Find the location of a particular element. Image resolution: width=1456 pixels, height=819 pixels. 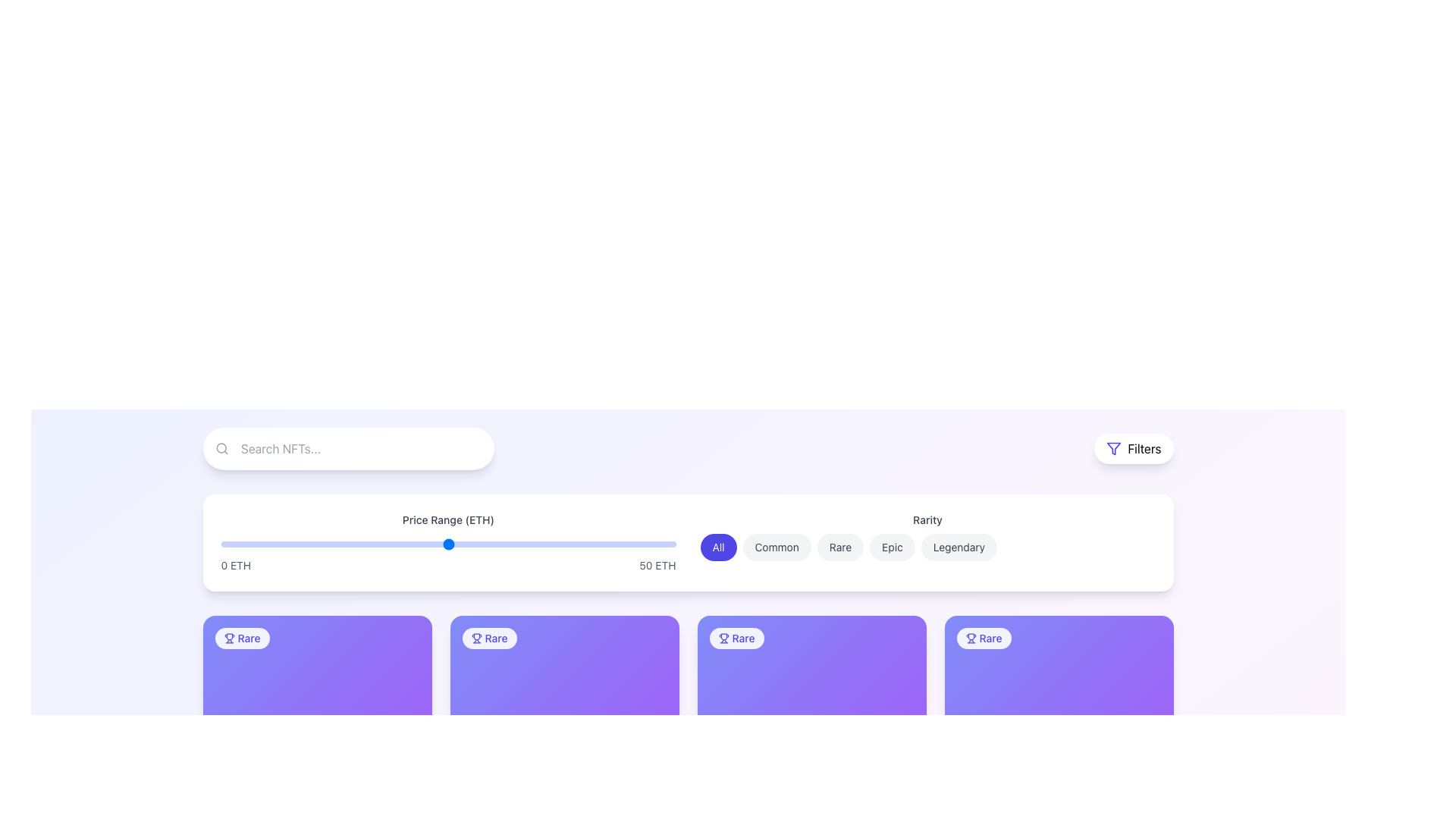

the price range slider is located at coordinates (443, 543).